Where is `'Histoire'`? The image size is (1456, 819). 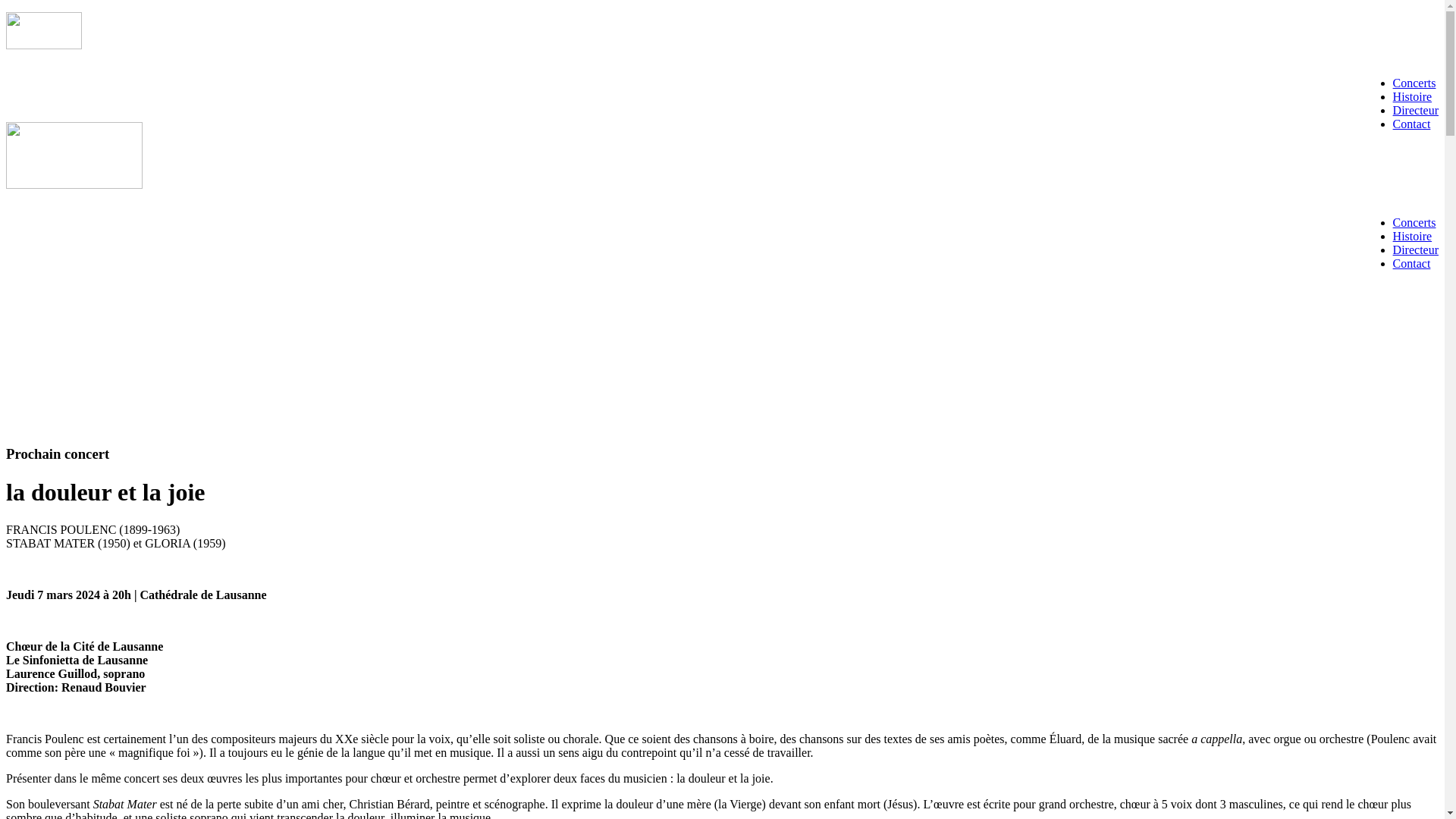 'Histoire' is located at coordinates (1411, 236).